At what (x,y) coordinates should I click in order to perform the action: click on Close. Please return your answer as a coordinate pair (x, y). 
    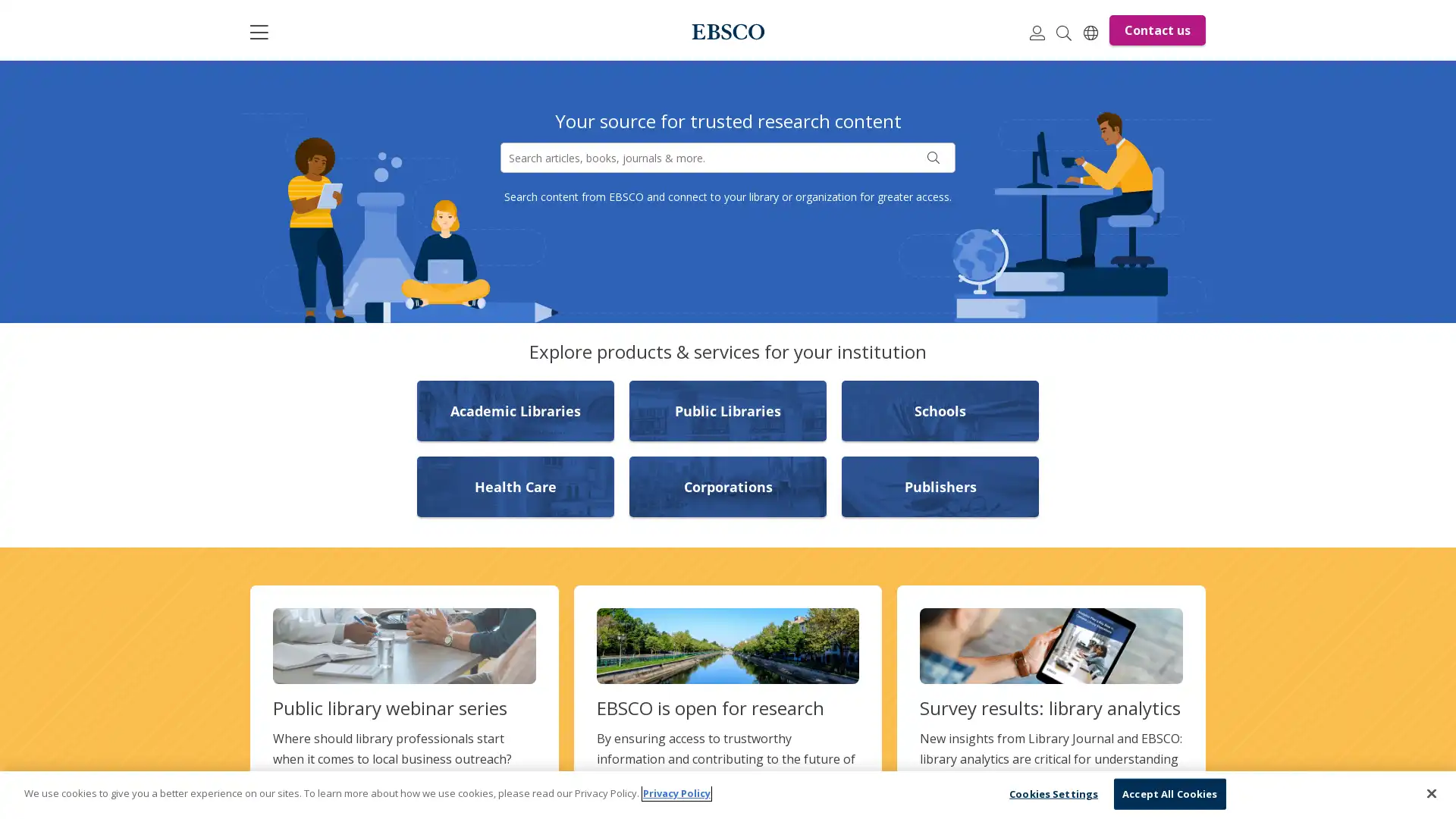
    Looking at the image, I should click on (1430, 792).